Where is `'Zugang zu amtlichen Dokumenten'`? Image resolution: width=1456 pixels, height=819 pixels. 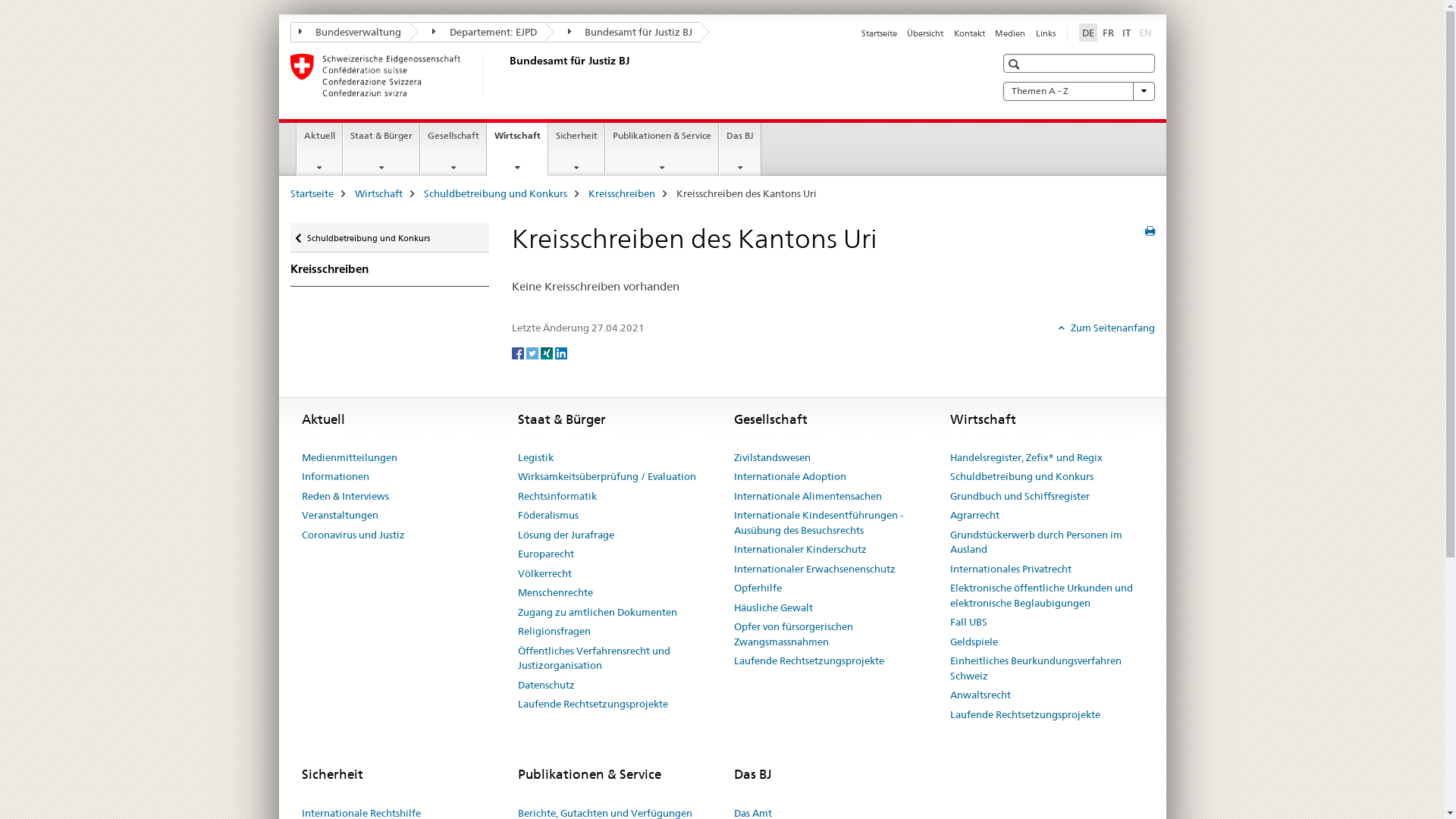 'Zugang zu amtlichen Dokumenten' is located at coordinates (596, 611).